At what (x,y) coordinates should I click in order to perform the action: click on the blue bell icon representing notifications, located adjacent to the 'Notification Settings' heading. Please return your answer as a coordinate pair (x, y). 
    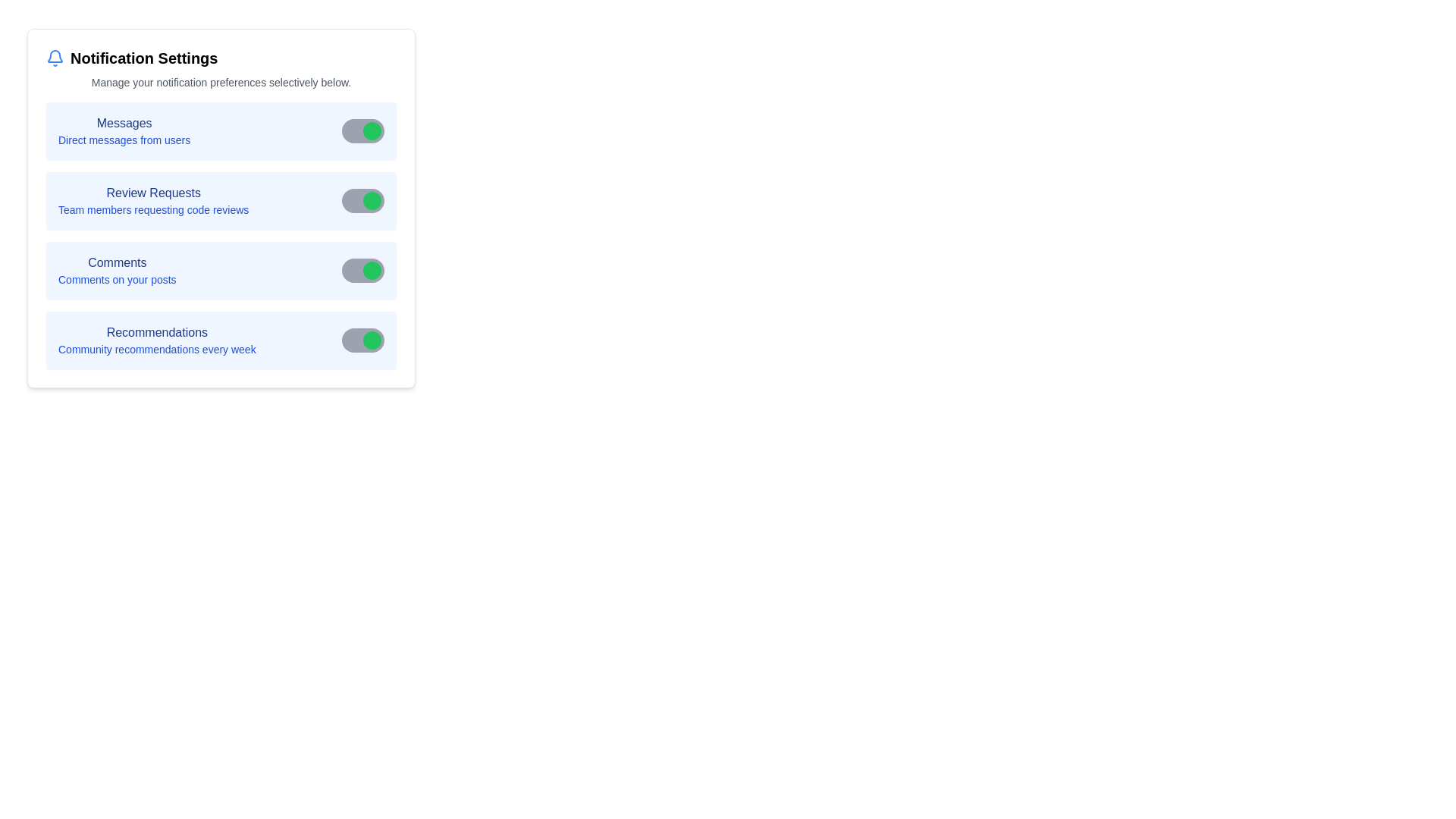
    Looking at the image, I should click on (55, 58).